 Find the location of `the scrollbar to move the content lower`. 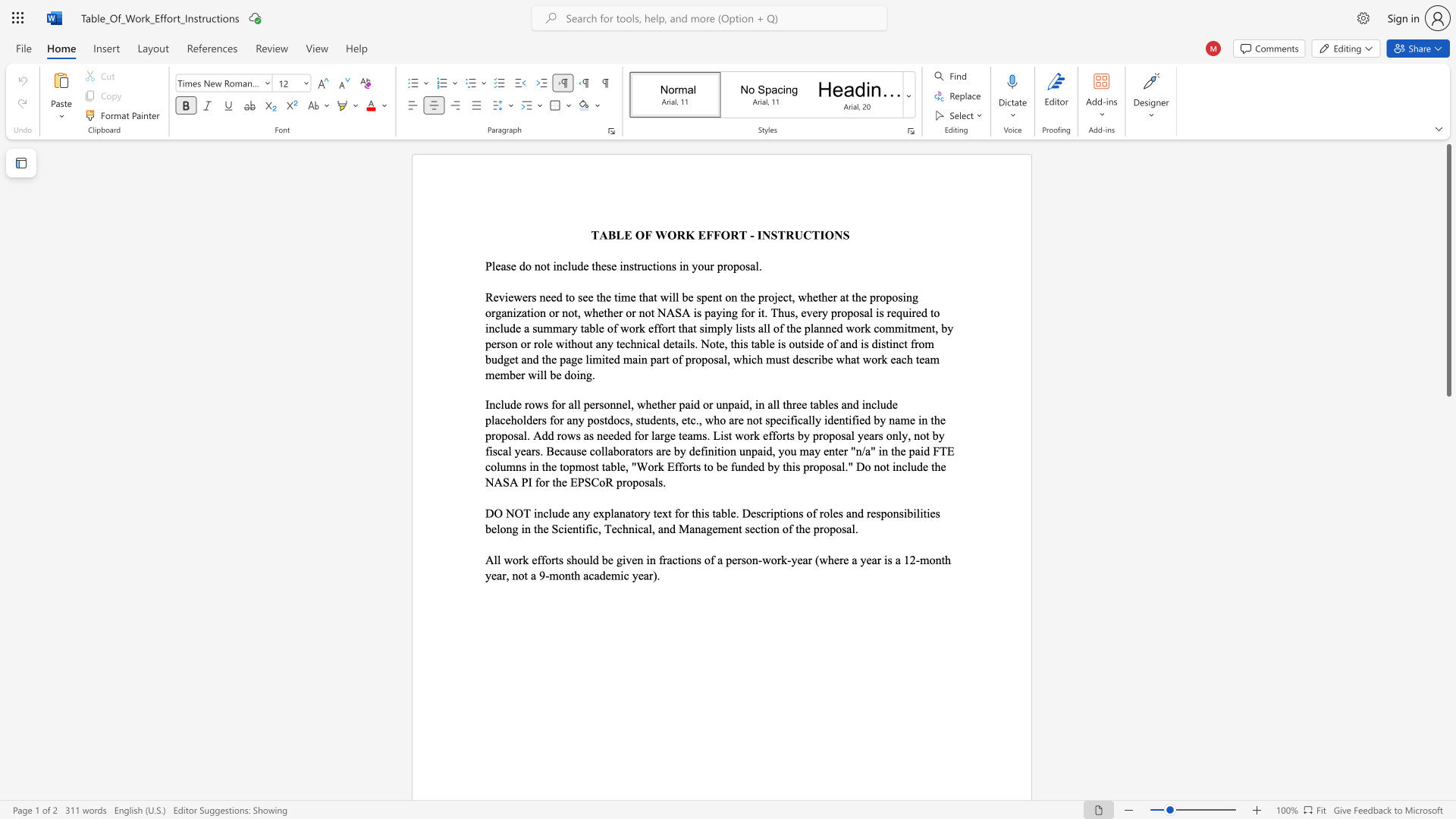

the scrollbar to move the content lower is located at coordinates (1448, 485).